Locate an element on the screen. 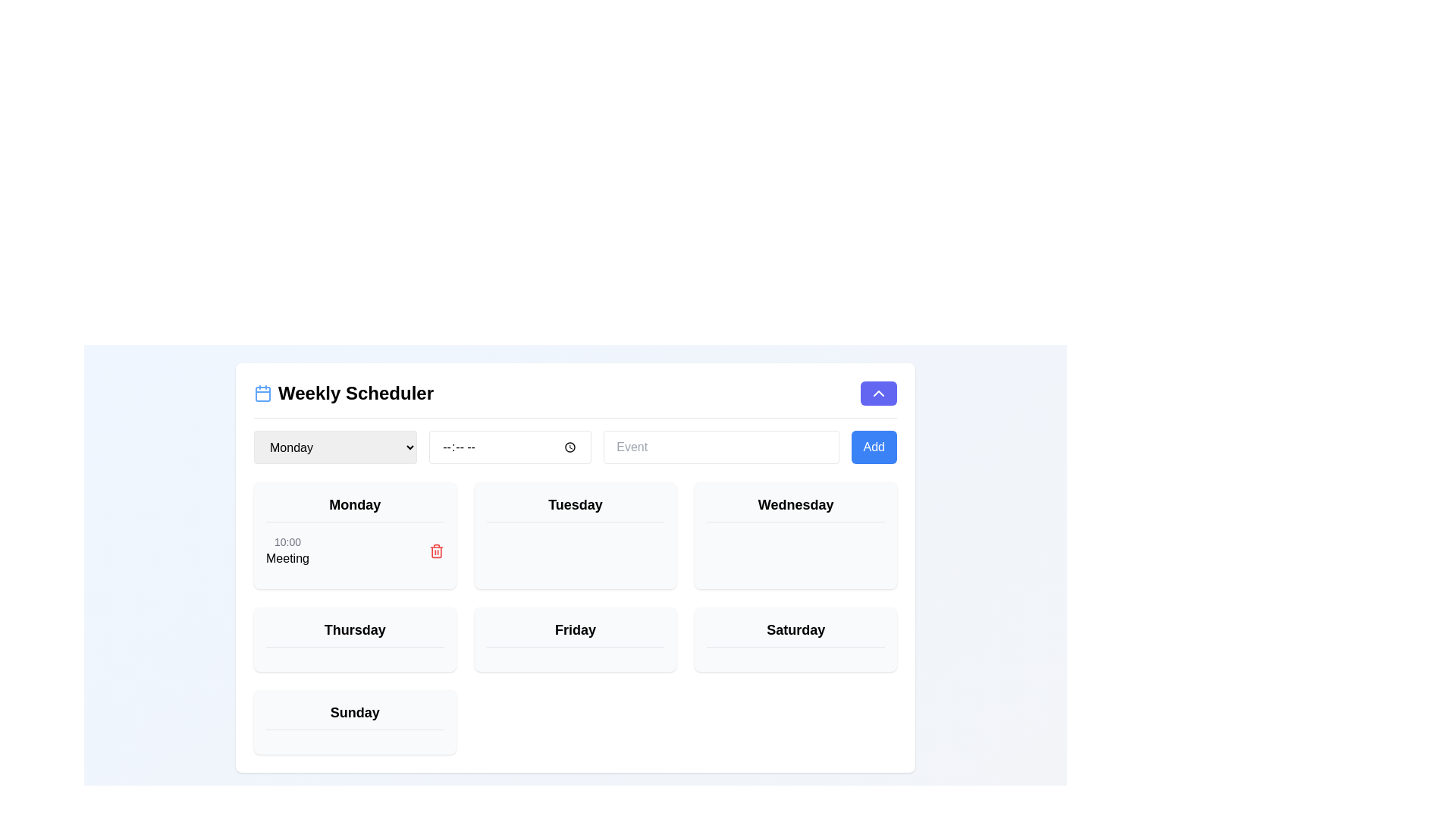 The width and height of the screenshot is (1456, 819). the small purple button with a white chevron arrow pointing upwards located in the upper-right corner of the 'Weekly Scheduler' section is located at coordinates (878, 393).